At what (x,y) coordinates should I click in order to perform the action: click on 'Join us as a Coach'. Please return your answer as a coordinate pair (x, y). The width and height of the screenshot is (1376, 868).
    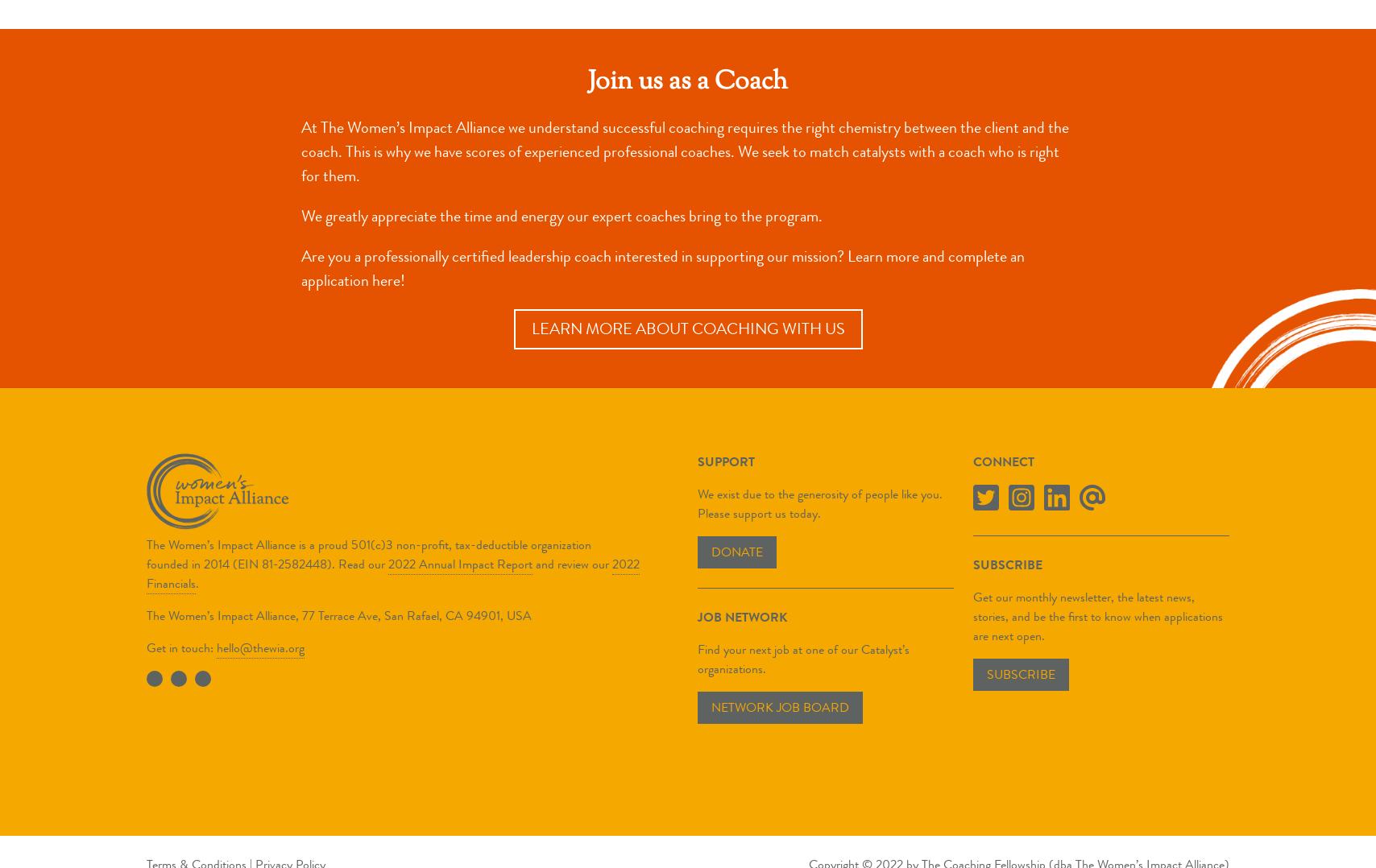
    Looking at the image, I should click on (688, 81).